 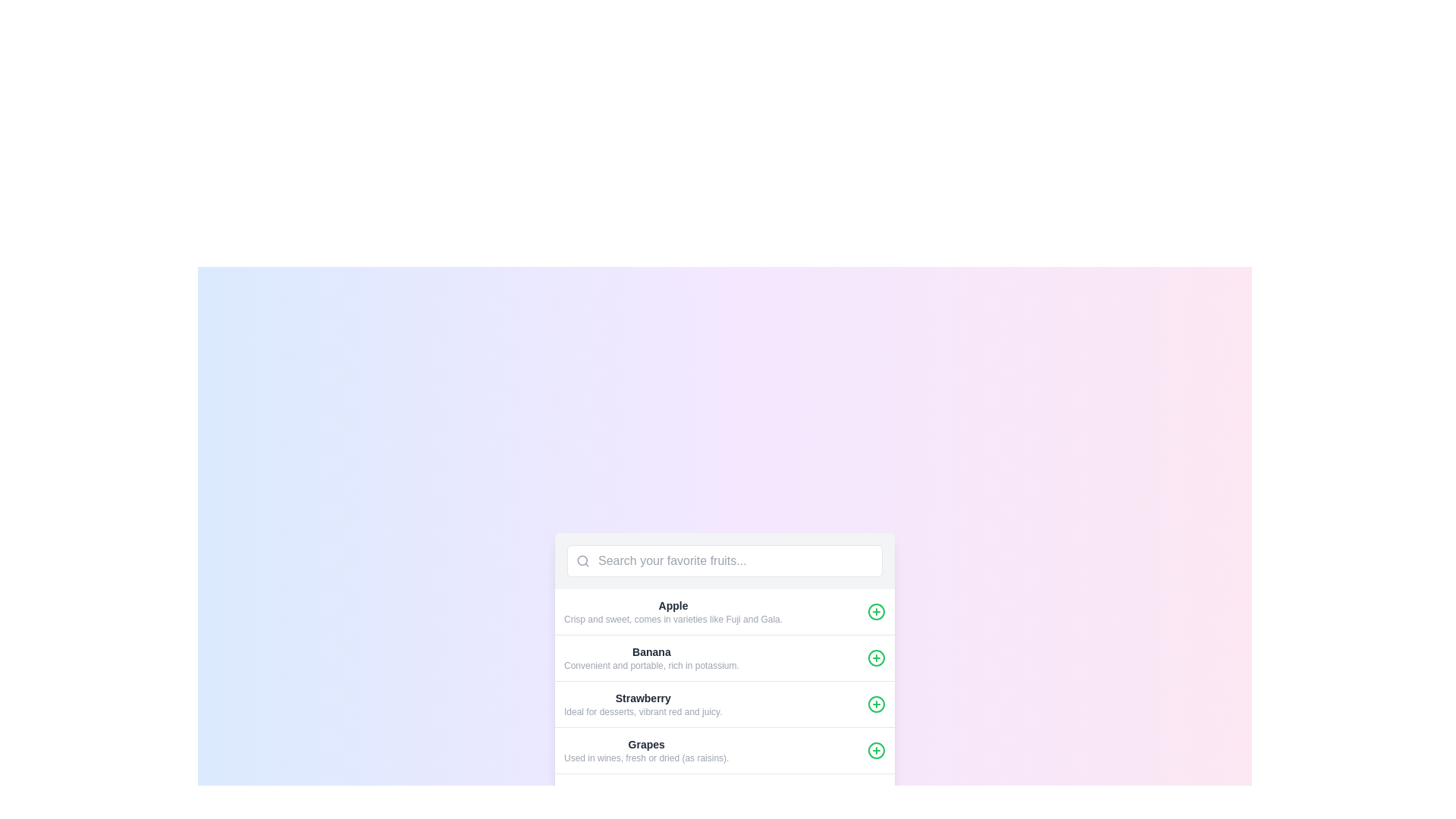 What do you see at coordinates (673, 604) in the screenshot?
I see `text label that serves as the title for the fruit 'Apple', located near the top of the list below the search bar` at bounding box center [673, 604].